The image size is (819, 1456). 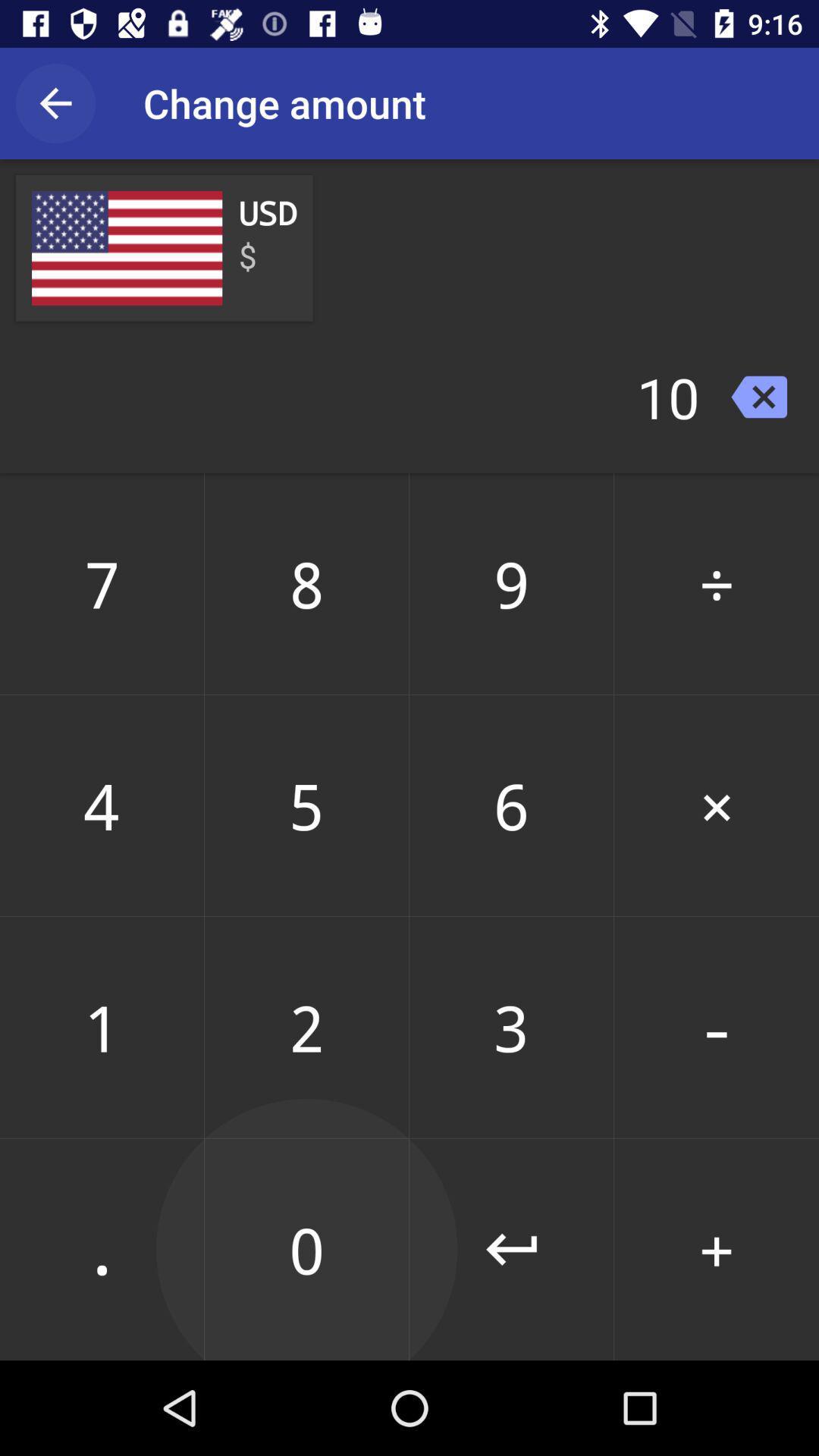 What do you see at coordinates (102, 582) in the screenshot?
I see `7 item` at bounding box center [102, 582].